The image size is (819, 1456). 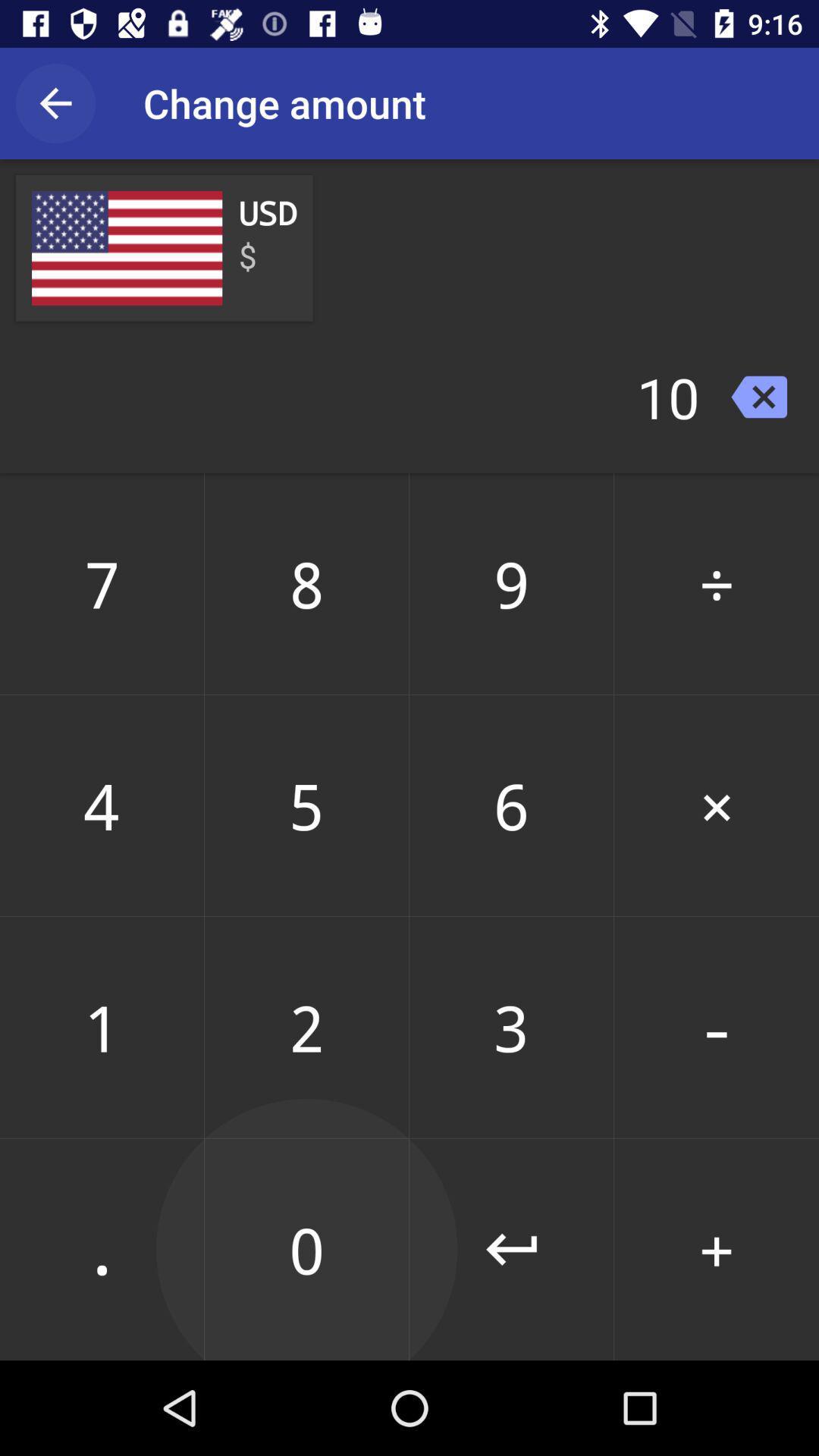 What do you see at coordinates (102, 582) in the screenshot?
I see `7 item` at bounding box center [102, 582].